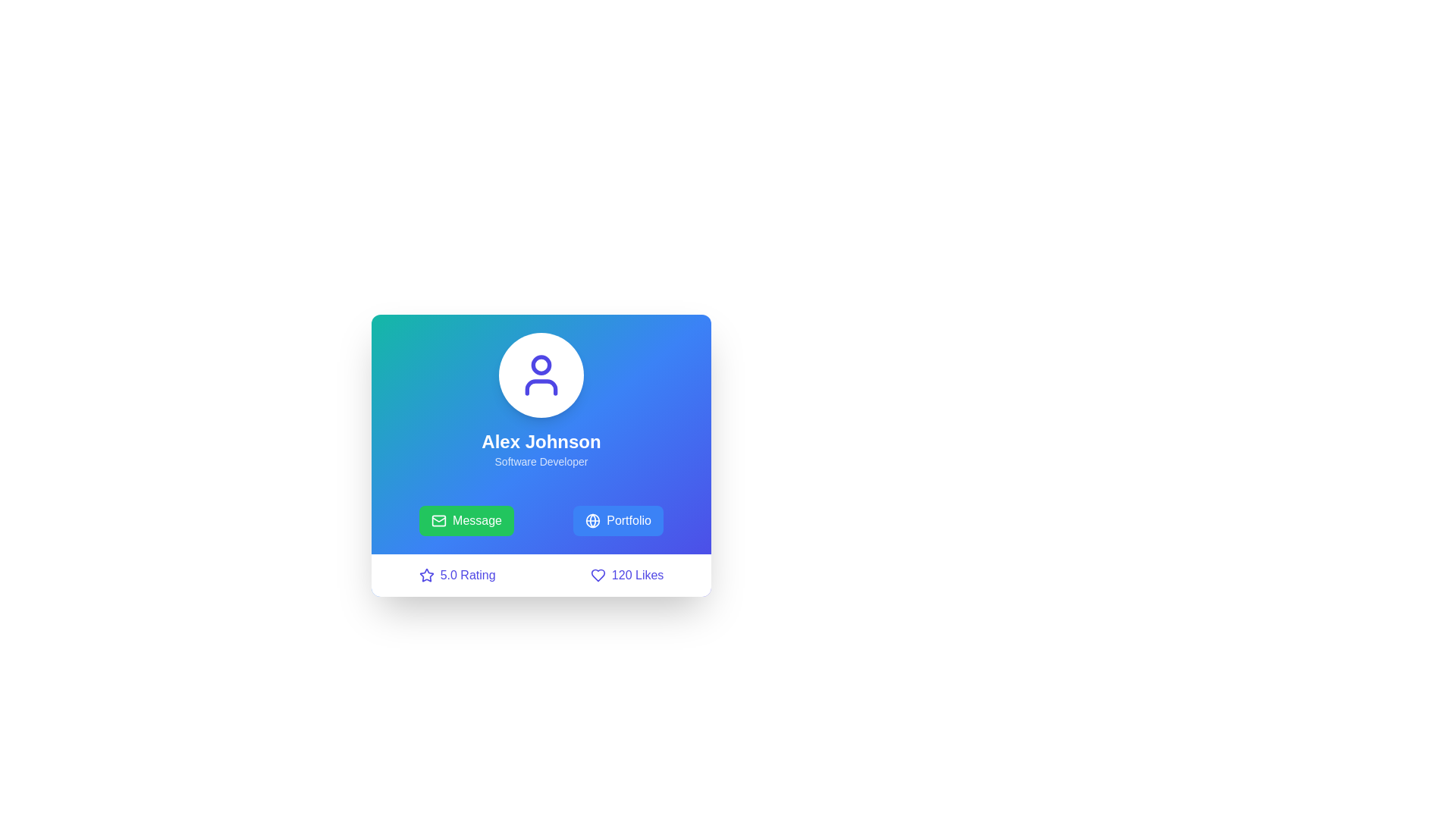 This screenshot has width=1456, height=819. I want to click on the text label displaying '120 Likes' in medium-weight blue font, located at the bottom right of the card, following the heart-shaped icon, so click(638, 576).